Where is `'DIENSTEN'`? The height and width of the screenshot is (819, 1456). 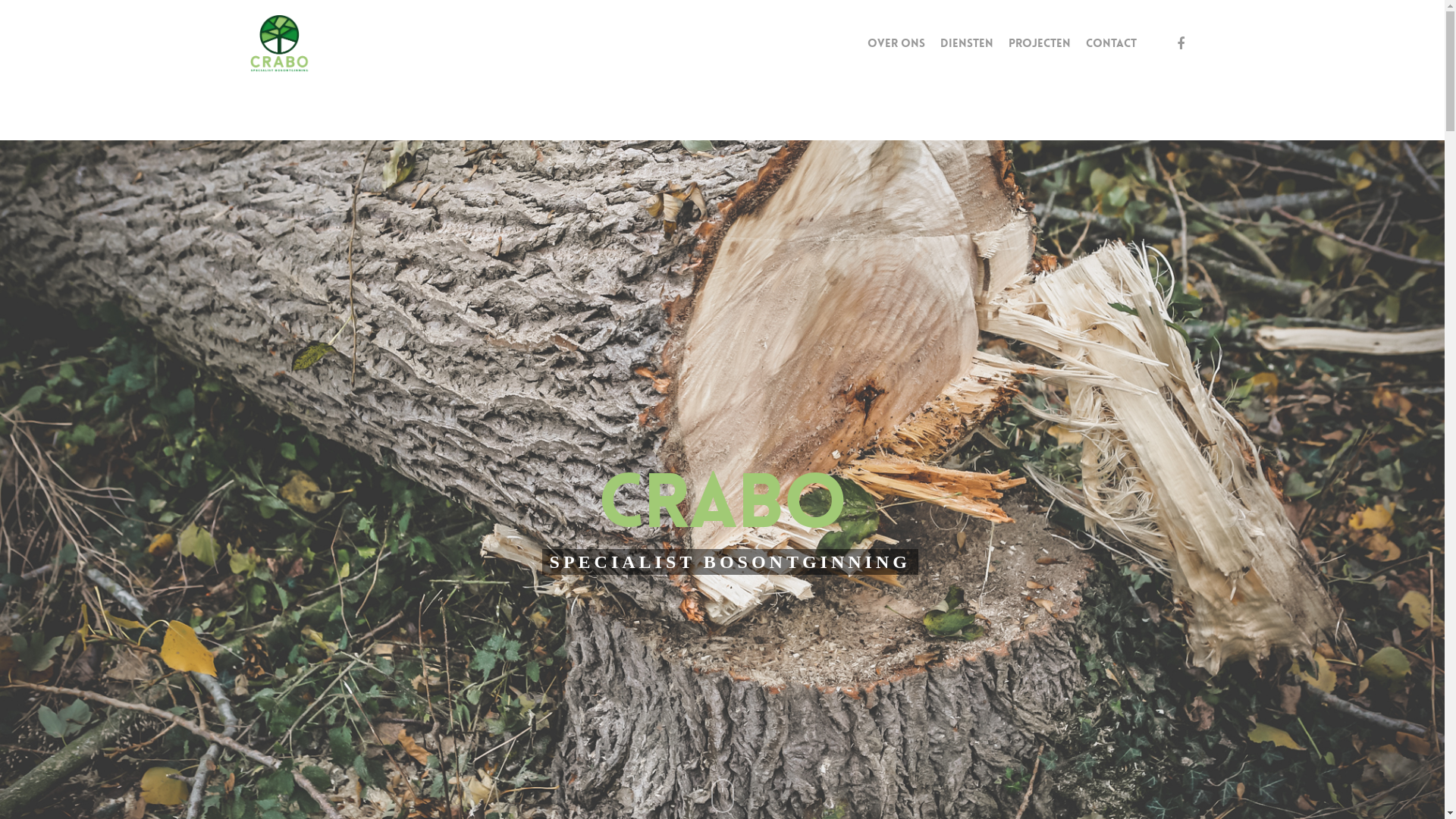
'DIENSTEN' is located at coordinates (966, 42).